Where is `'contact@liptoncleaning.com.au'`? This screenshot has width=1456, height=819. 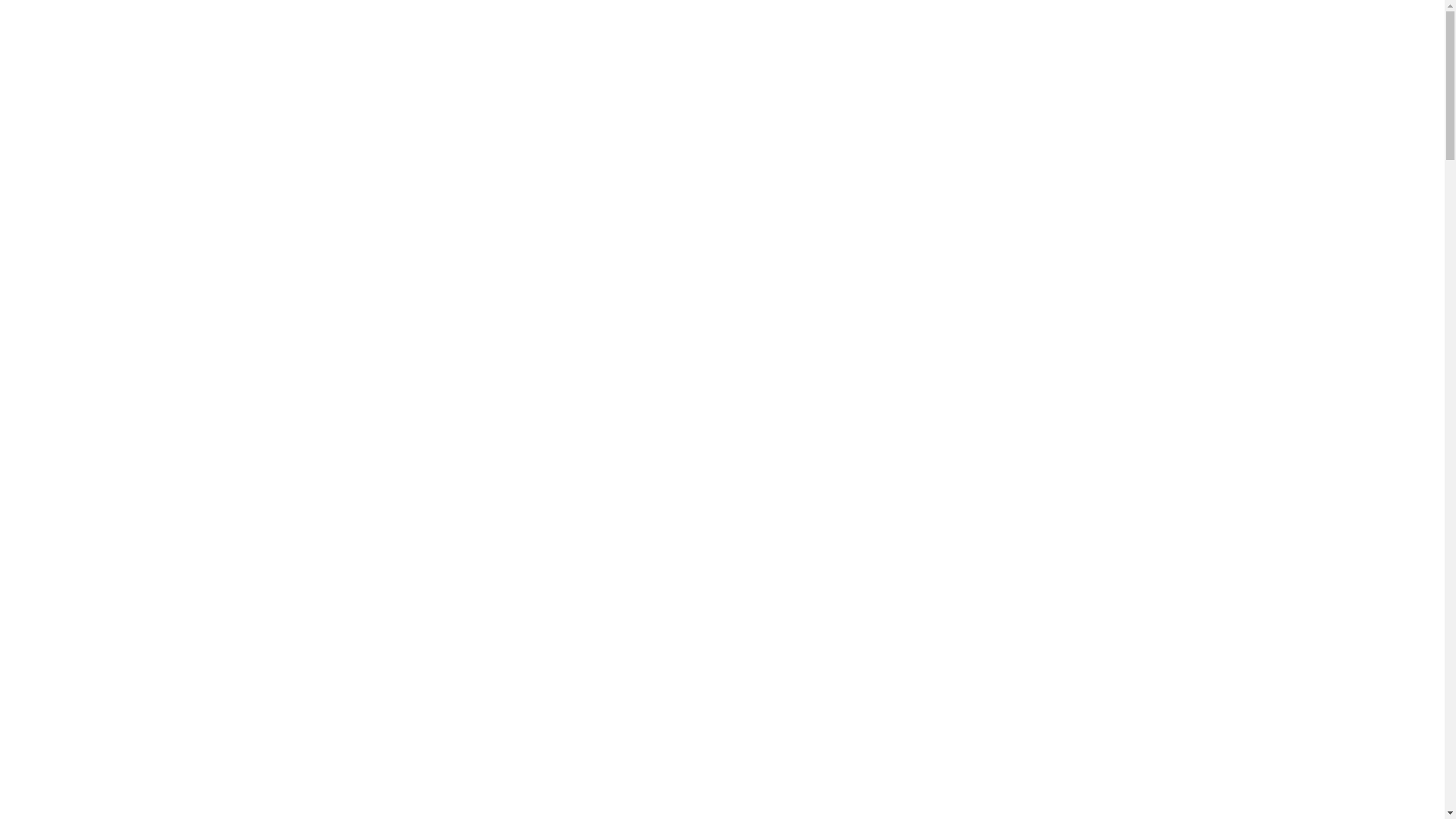
'contact@liptoncleaning.com.au' is located at coordinates (127, 52).